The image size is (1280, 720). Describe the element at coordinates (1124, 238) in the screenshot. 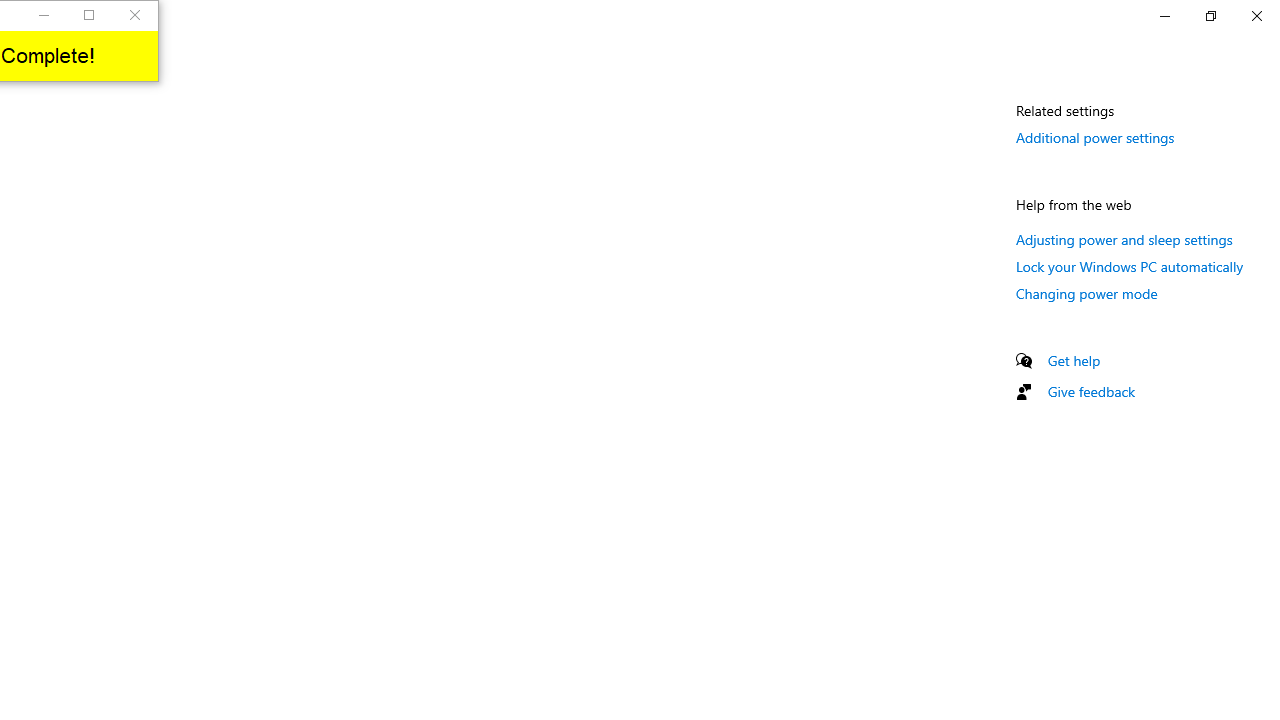

I see `'Adjusting power and sleep settings'` at that location.